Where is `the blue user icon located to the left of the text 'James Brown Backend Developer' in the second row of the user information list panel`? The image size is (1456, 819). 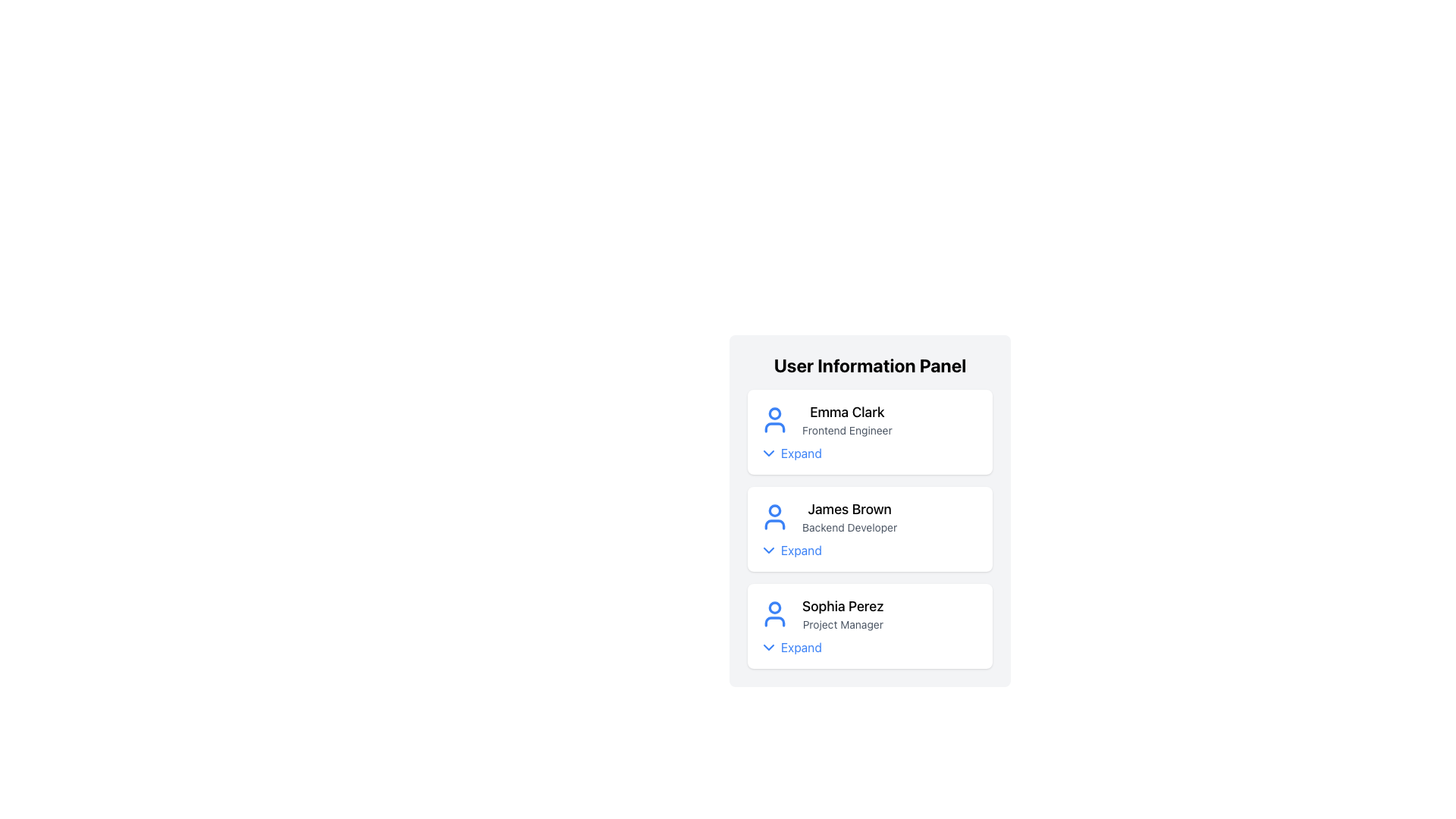 the blue user icon located to the left of the text 'James Brown Backend Developer' in the second row of the user information list panel is located at coordinates (775, 516).